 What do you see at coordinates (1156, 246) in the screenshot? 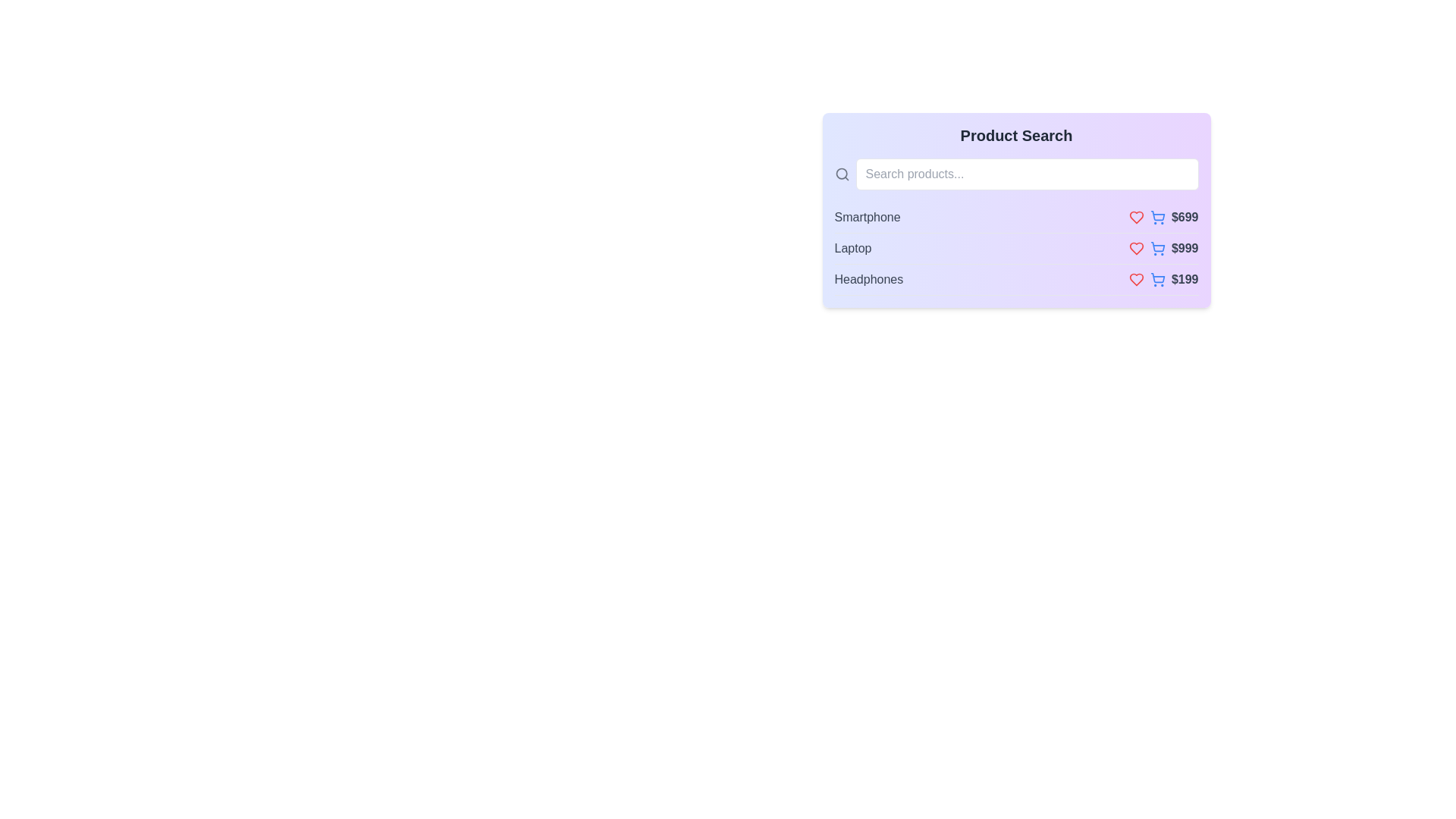
I see `the blue shopping cart icon, which is part of a larger icon set and positioned next to the price $999` at bounding box center [1156, 246].